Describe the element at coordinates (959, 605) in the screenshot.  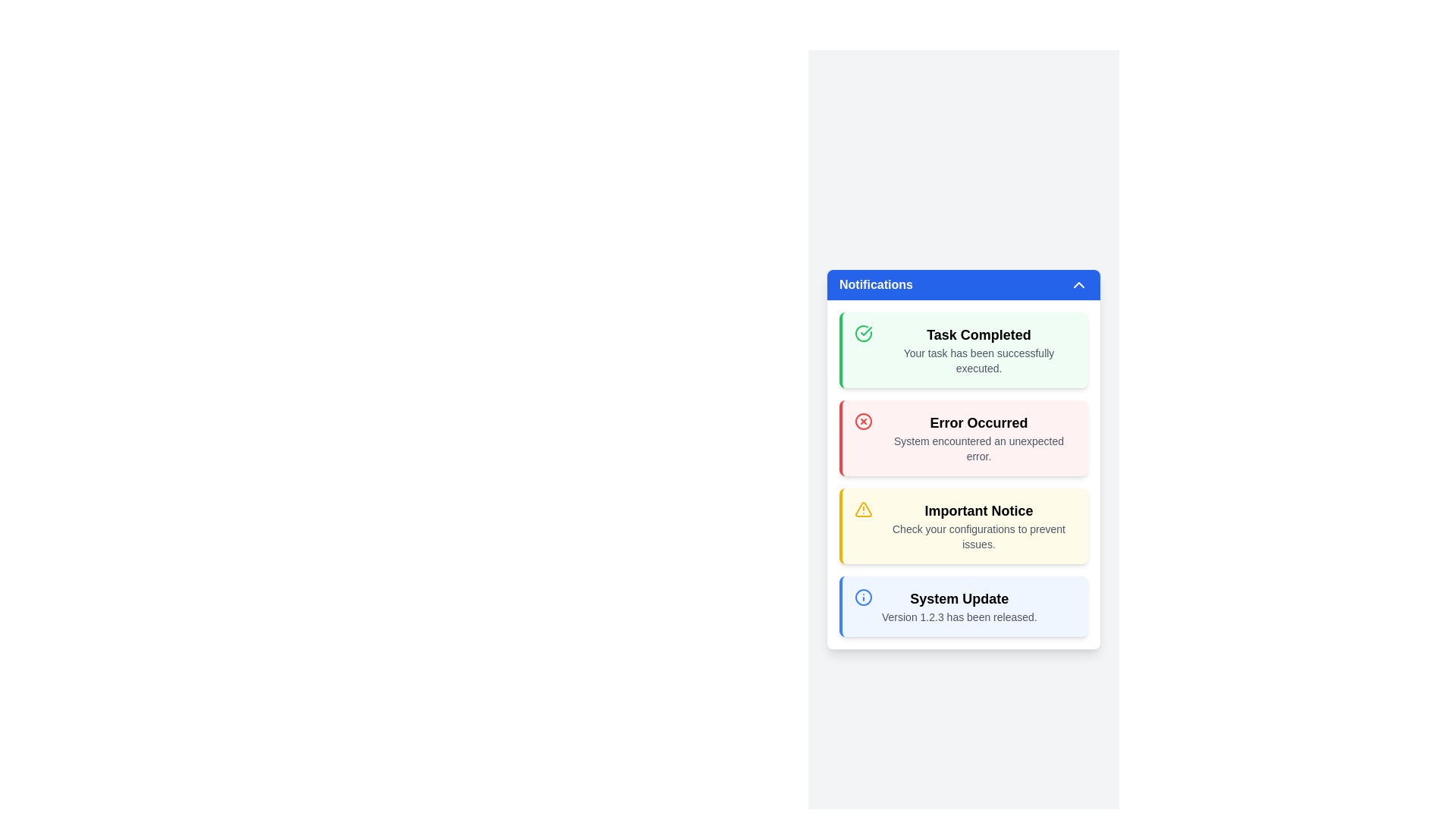
I see `informative text block within the fourth notification card that contains details about the new system update release version 1.2.3` at that location.